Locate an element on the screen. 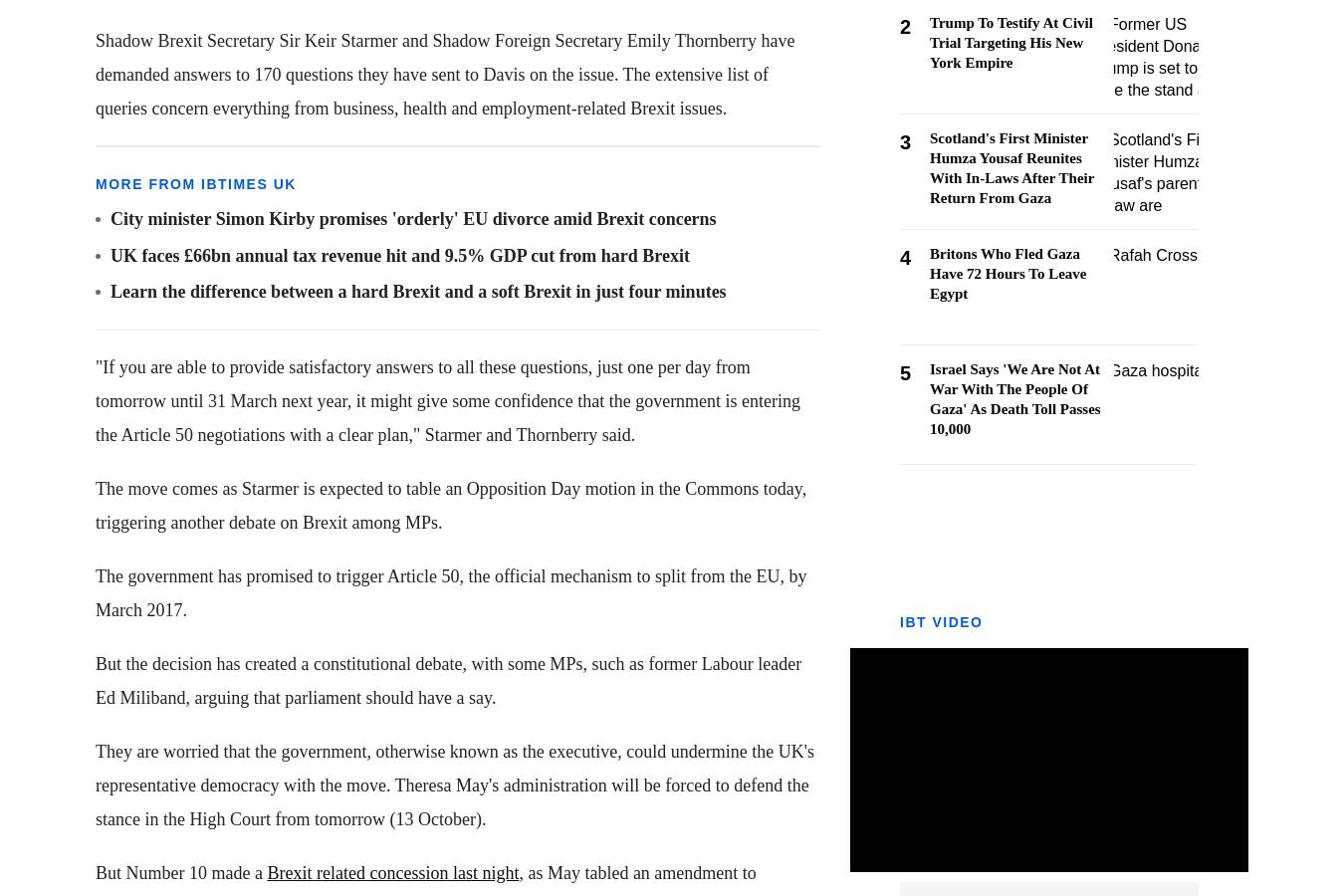 The height and width of the screenshot is (896, 1344). 'Trump To Testify At Civil Trial Targeting His New York Empire' is located at coordinates (929, 42).